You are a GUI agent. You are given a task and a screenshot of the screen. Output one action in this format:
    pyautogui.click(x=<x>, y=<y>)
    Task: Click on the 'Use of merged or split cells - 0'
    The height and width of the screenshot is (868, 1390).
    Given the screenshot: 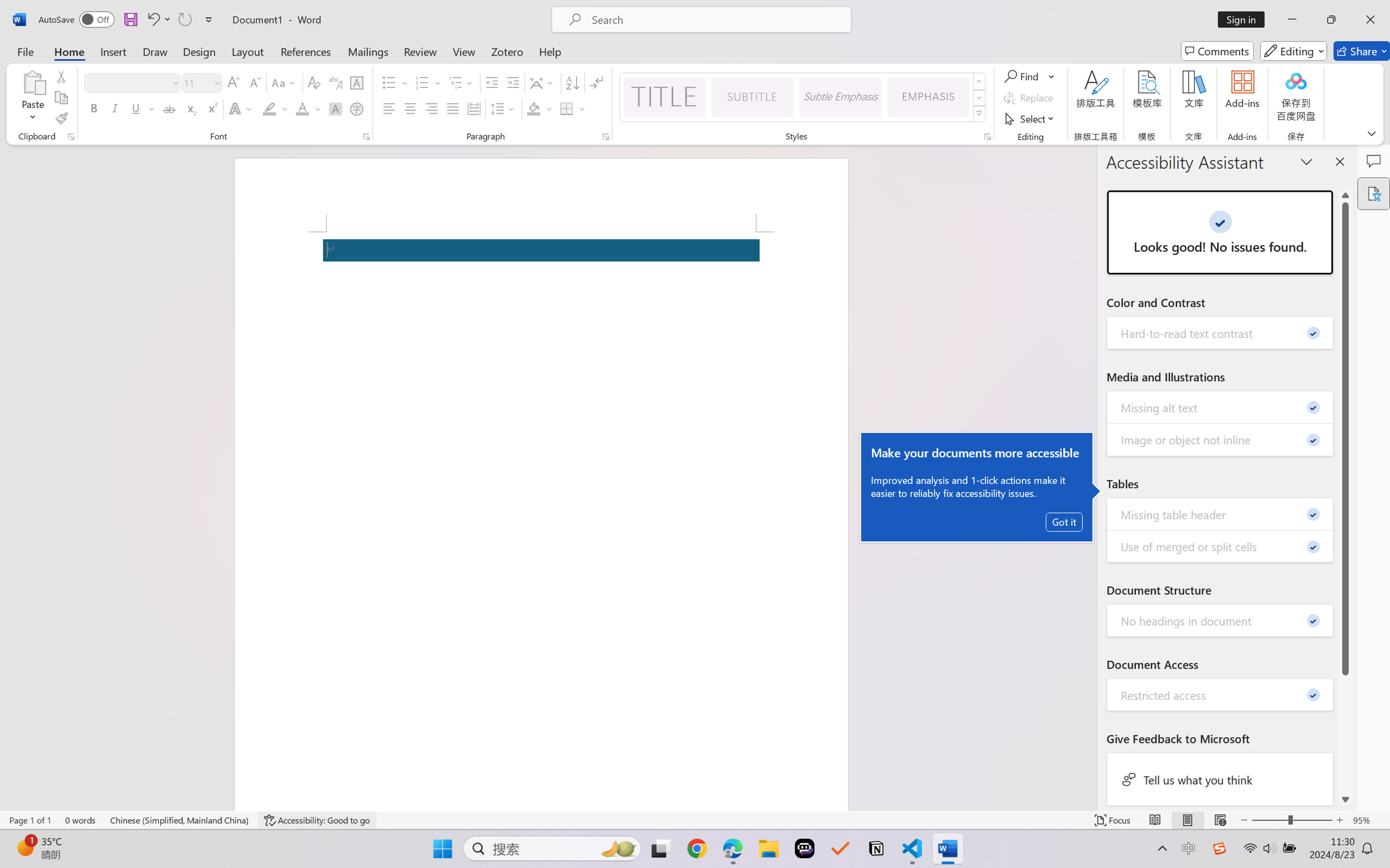 What is the action you would take?
    pyautogui.click(x=1219, y=546)
    